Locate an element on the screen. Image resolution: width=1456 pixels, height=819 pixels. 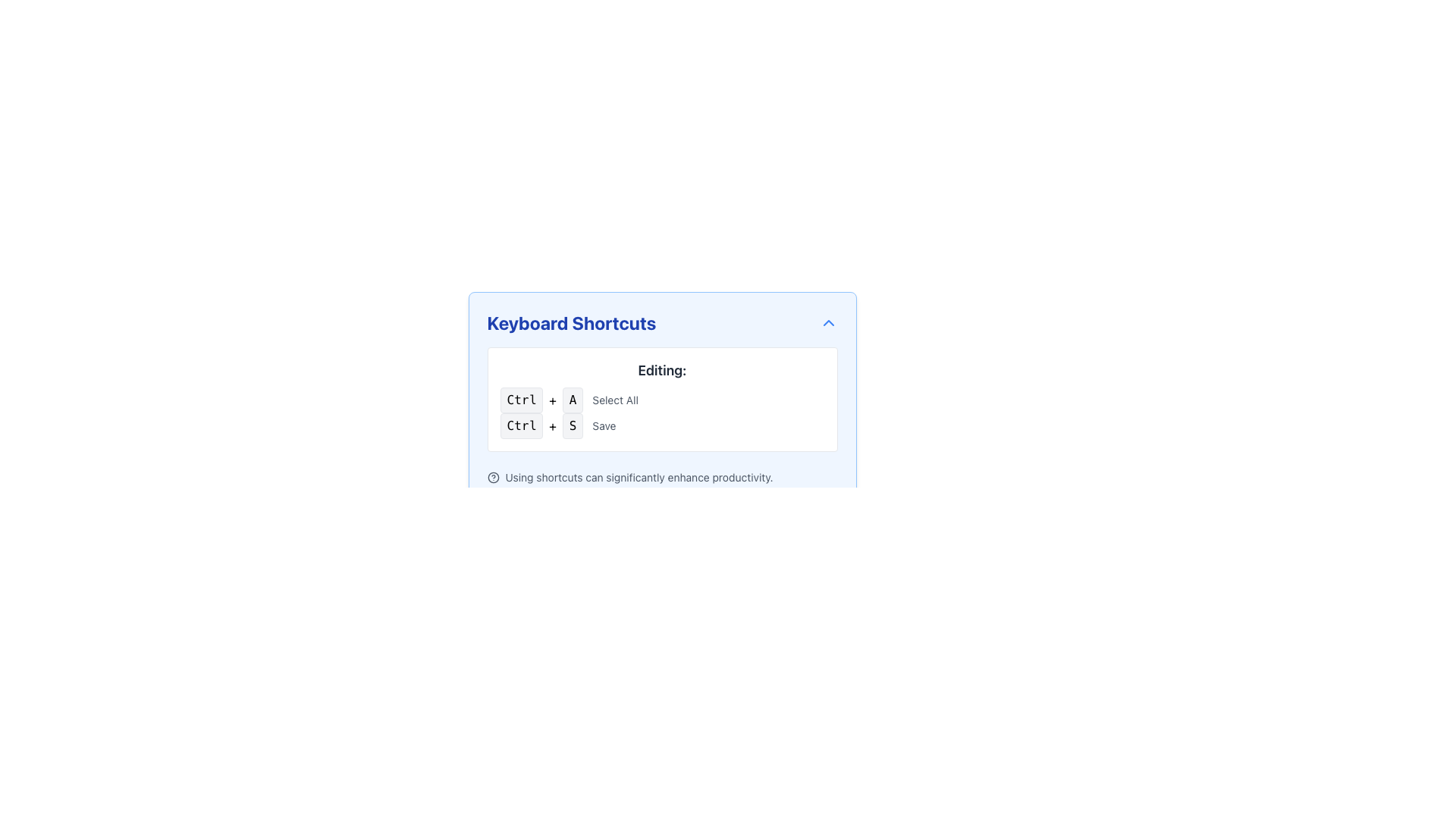
the text label containing the '+' symbol, which is positioned between the 'Ctrl' and 'A' boxed elements in the keyboard shortcut sequence is located at coordinates (551, 400).